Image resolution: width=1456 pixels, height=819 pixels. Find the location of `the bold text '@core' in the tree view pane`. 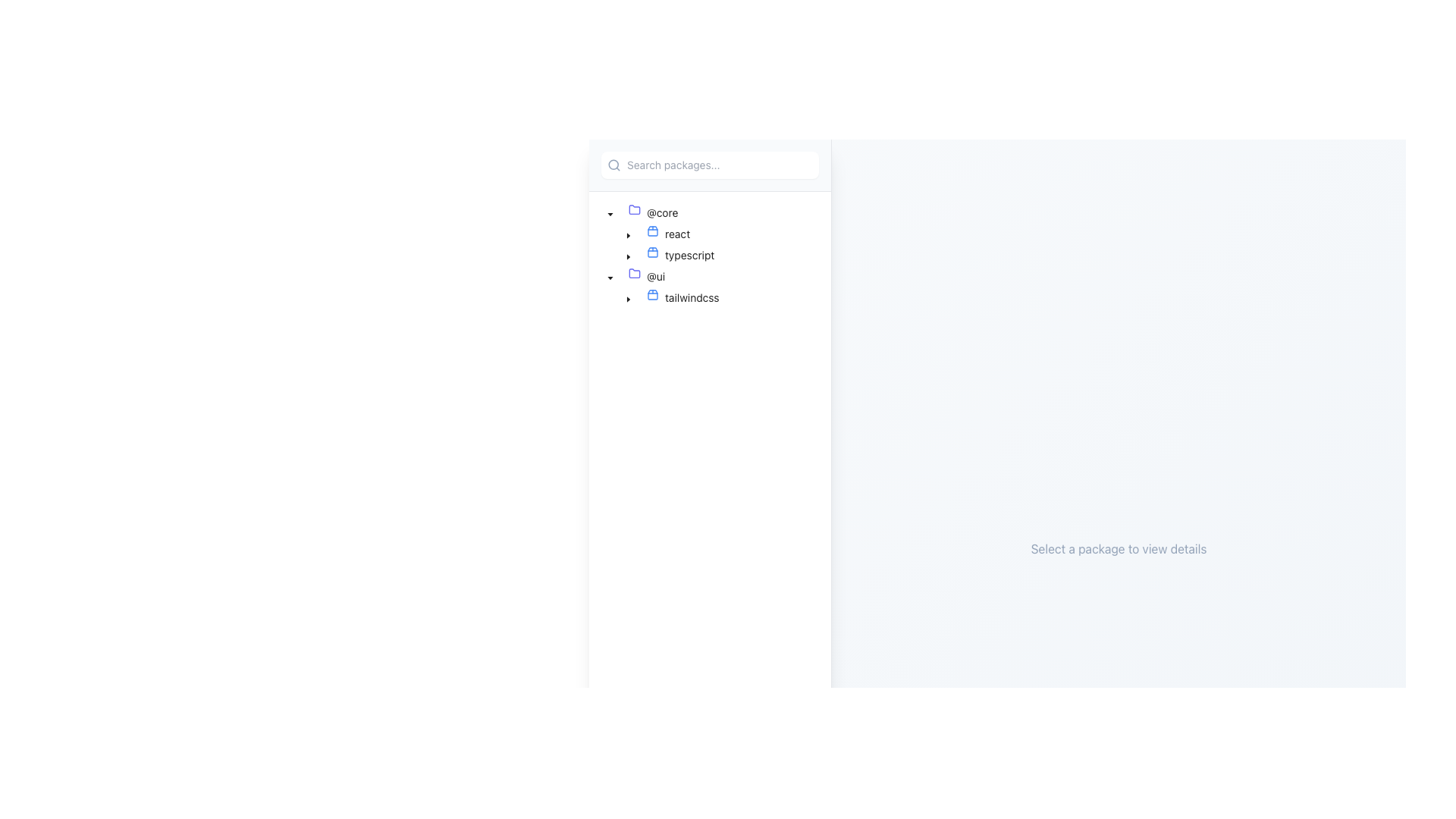

the bold text '@core' in the tree view pane is located at coordinates (653, 213).